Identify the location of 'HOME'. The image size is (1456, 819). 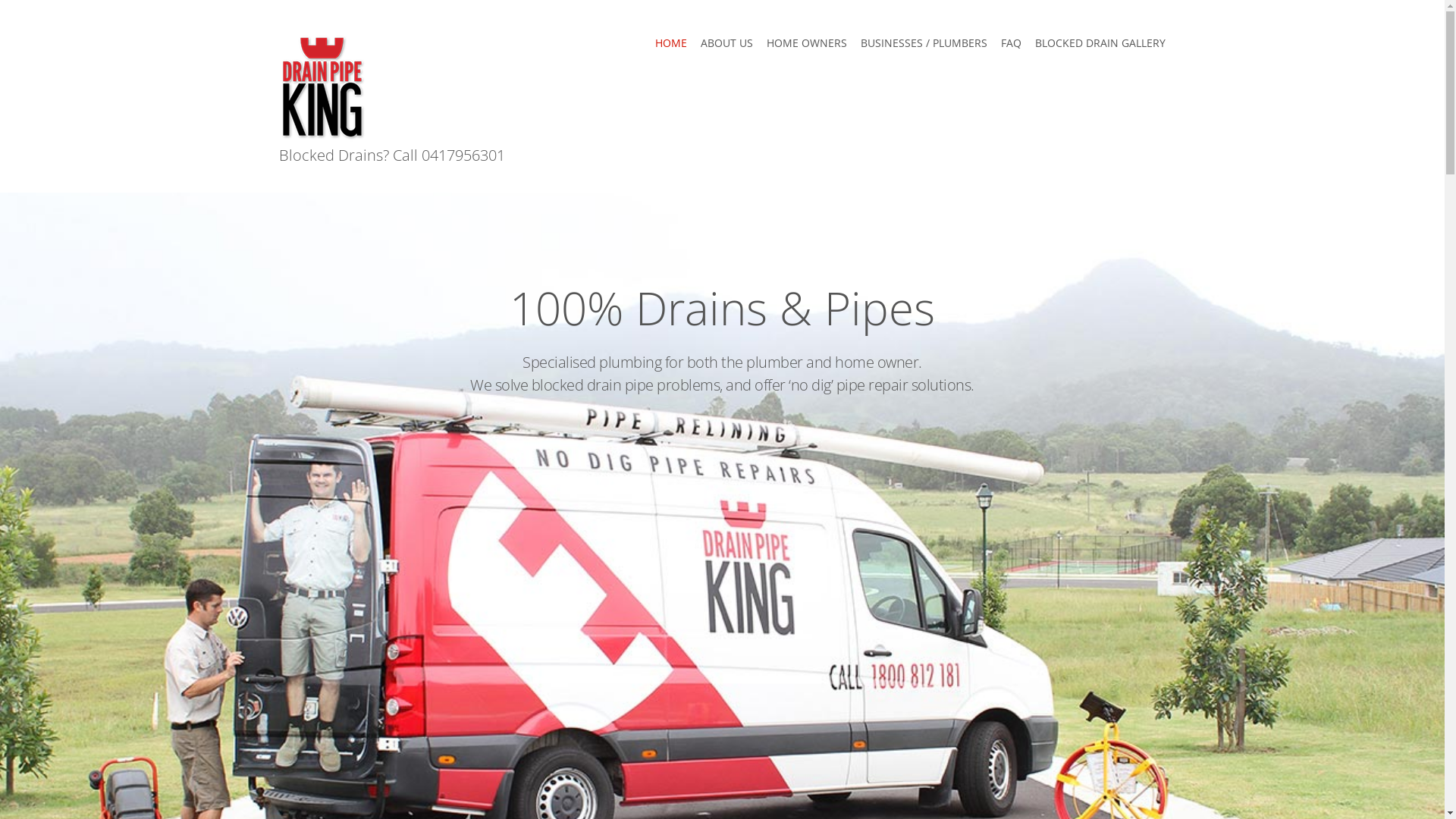
(670, 42).